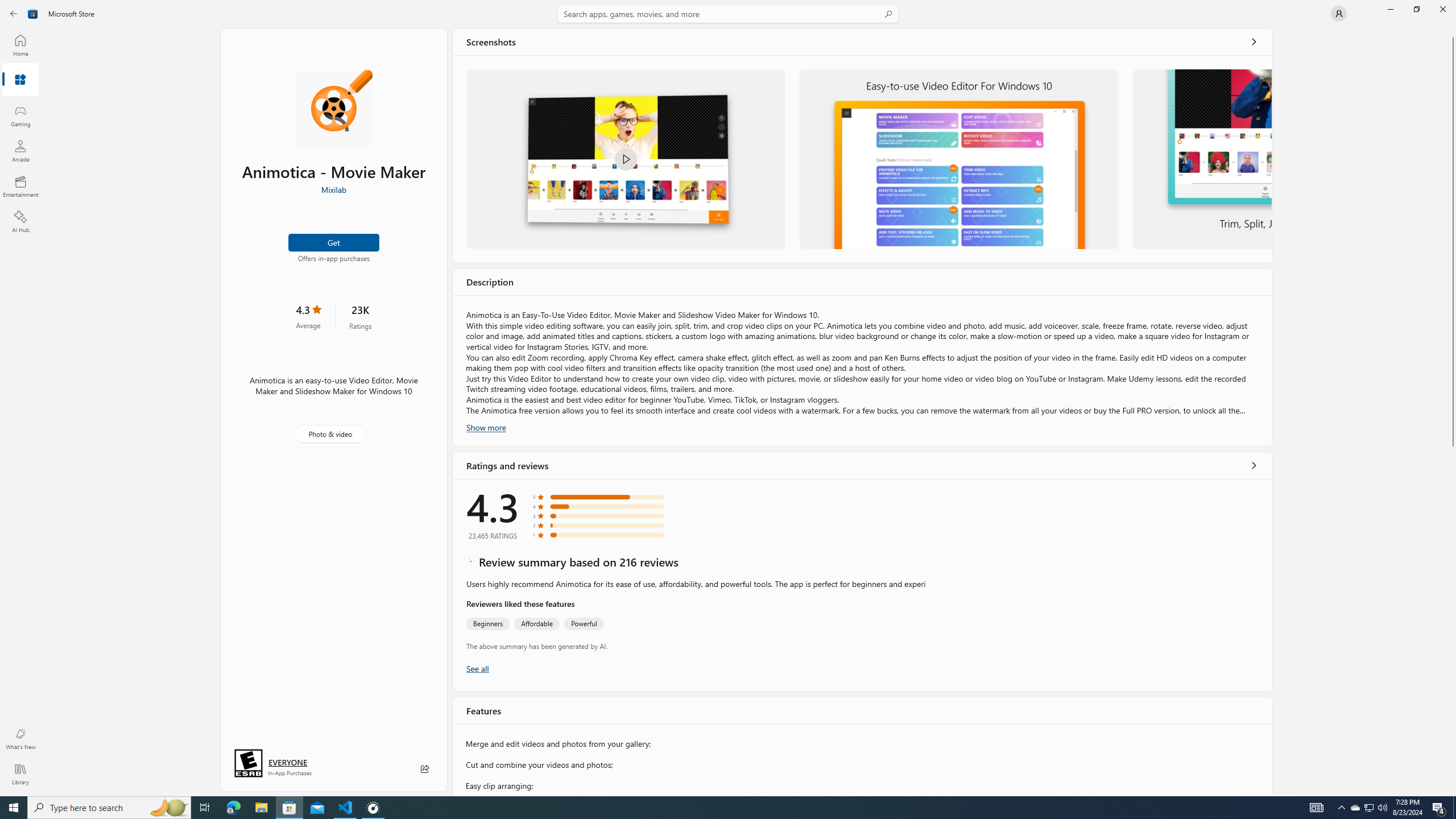 Image resolution: width=1456 pixels, height=819 pixels. Describe the element at coordinates (728, 13) in the screenshot. I see `'Search'` at that location.